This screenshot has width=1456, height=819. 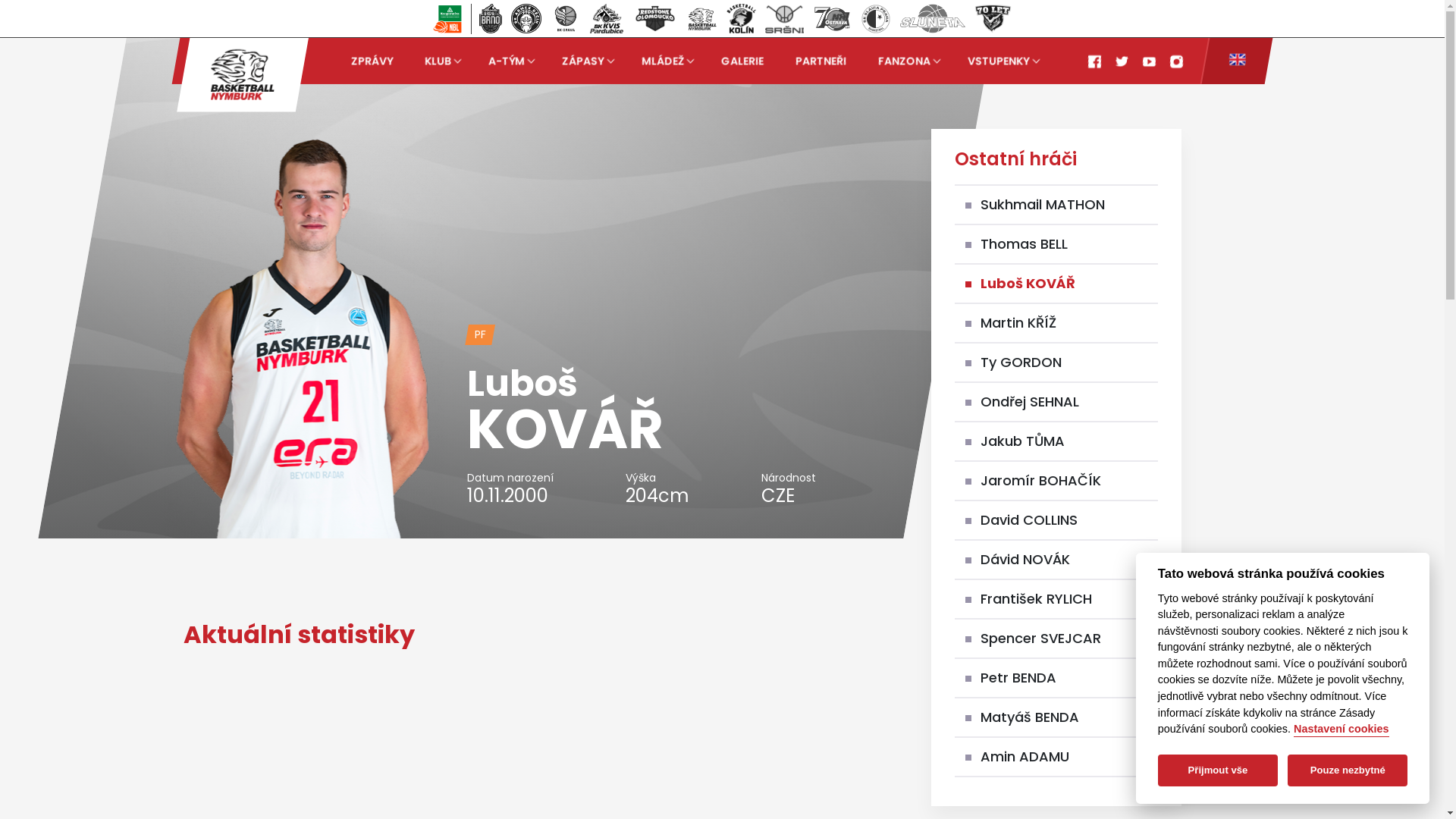 What do you see at coordinates (742, 60) in the screenshot?
I see `'GALERIE'` at bounding box center [742, 60].